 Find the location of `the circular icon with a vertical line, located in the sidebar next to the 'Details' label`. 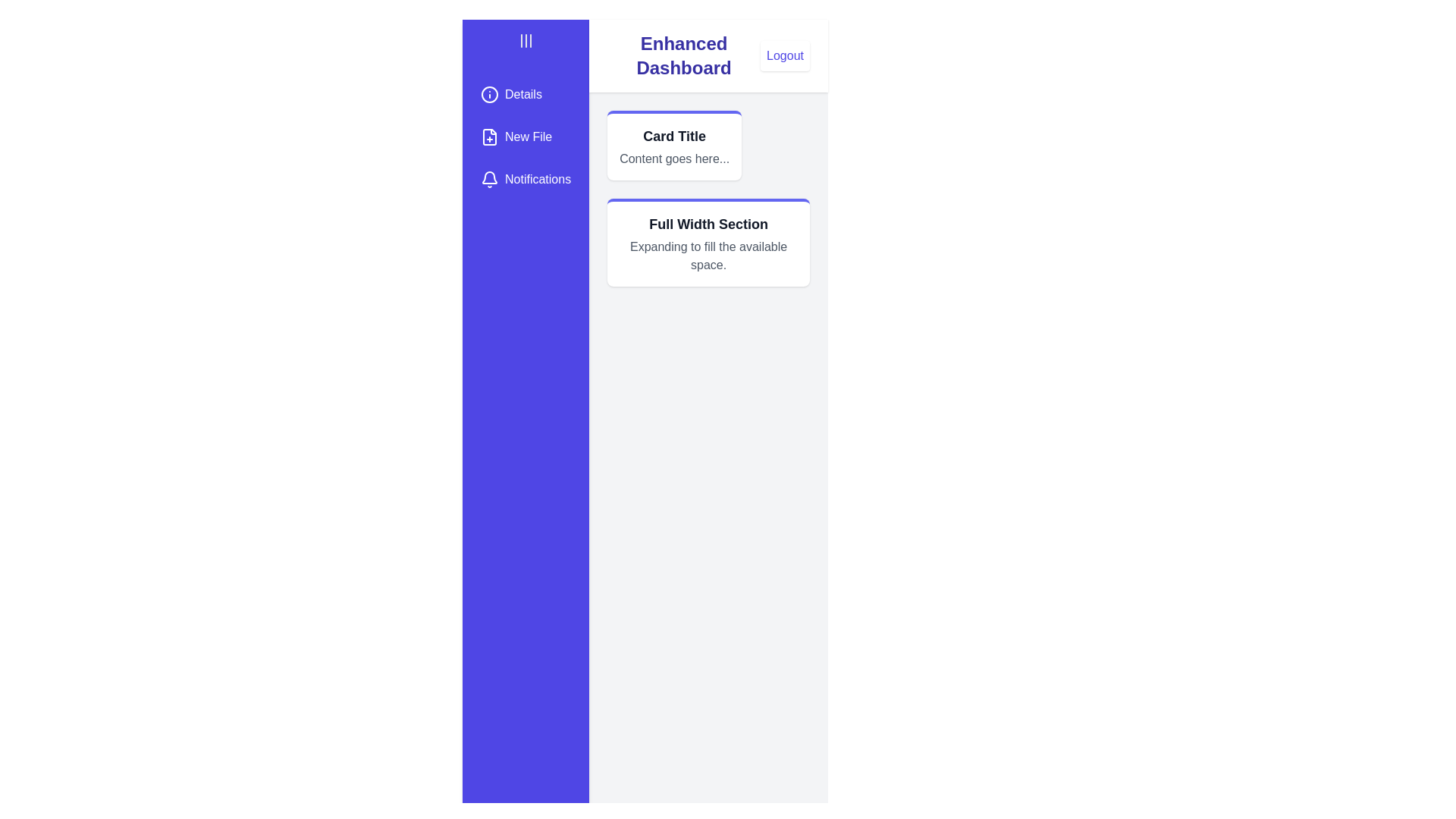

the circular icon with a vertical line, located in the sidebar next to the 'Details' label is located at coordinates (490, 94).